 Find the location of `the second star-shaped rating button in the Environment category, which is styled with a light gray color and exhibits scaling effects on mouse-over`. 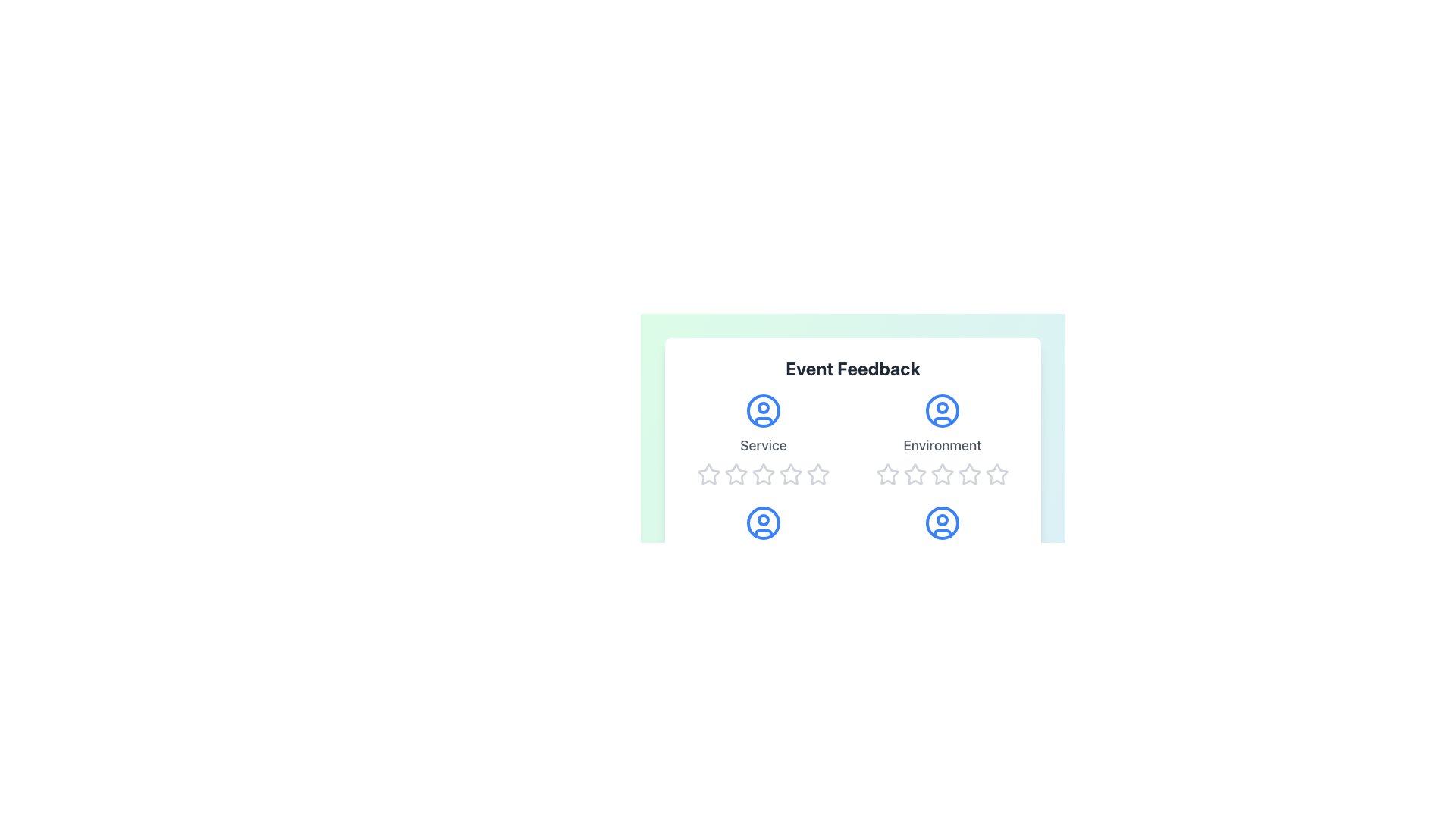

the second star-shaped rating button in the Environment category, which is styled with a light gray color and exhibits scaling effects on mouse-over is located at coordinates (888, 473).